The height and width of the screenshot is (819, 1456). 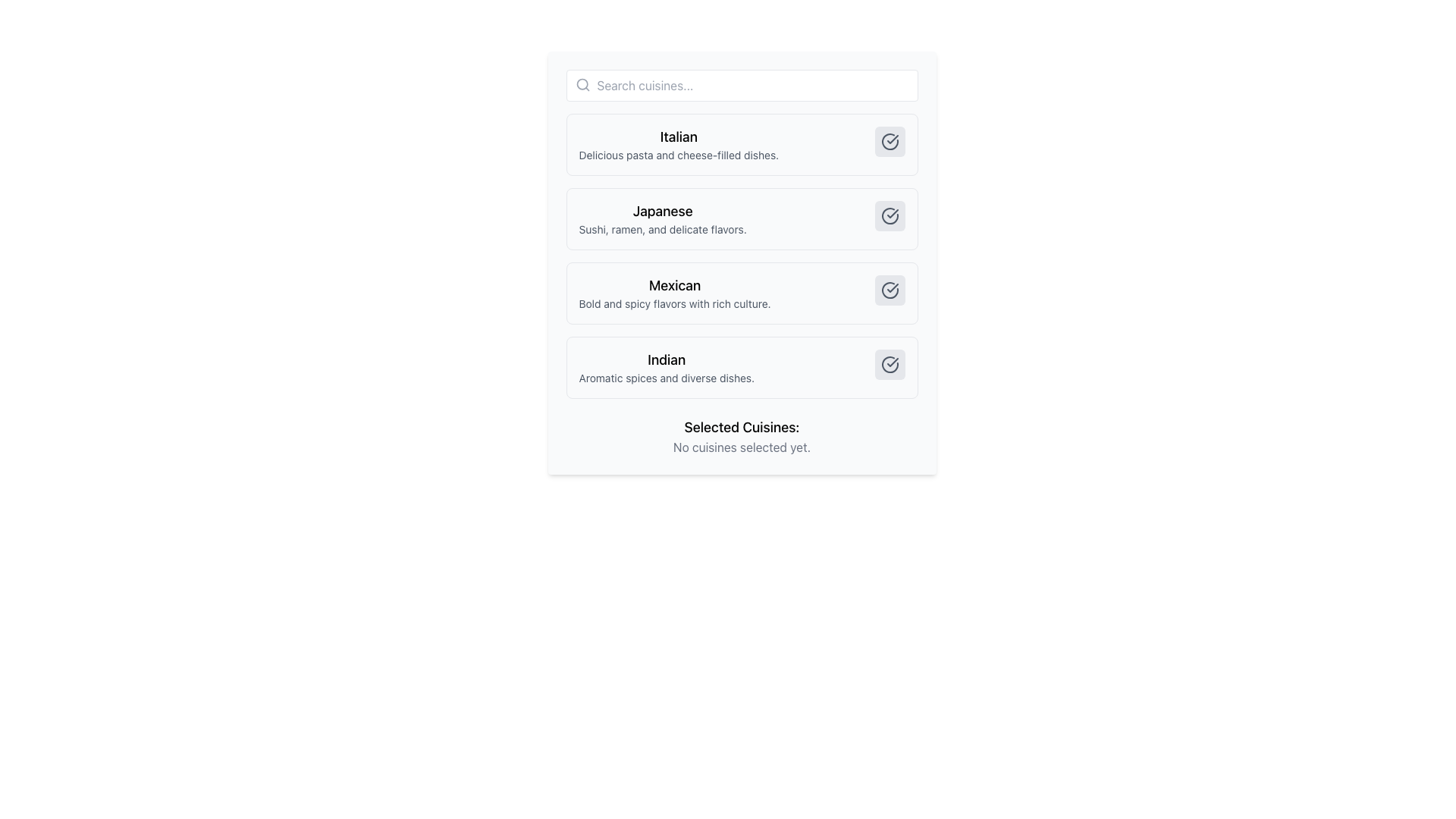 I want to click on the selection button for 'Japanese' cuisine, located at the top-right corner of the list item, so click(x=890, y=216).